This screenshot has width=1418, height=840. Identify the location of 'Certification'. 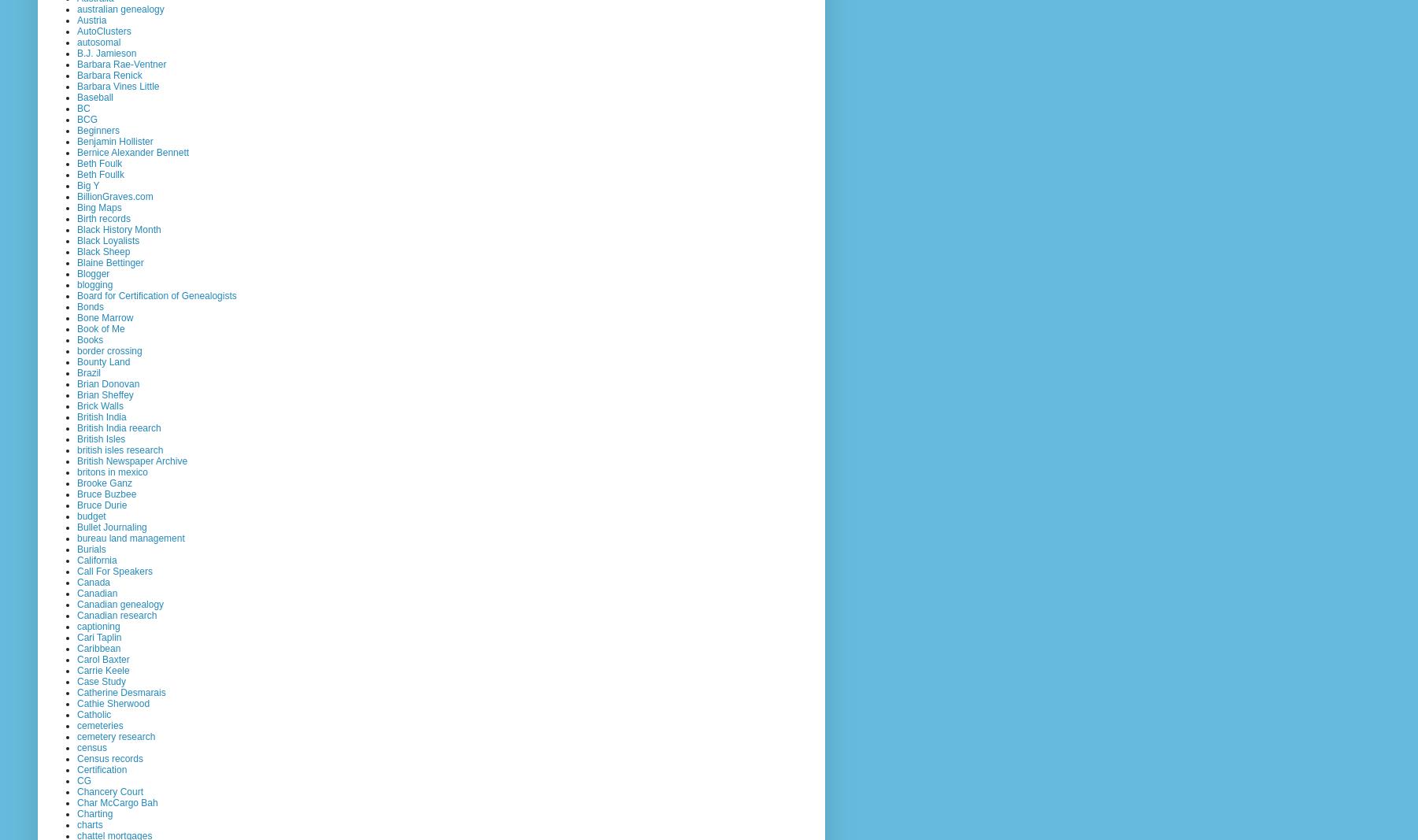
(102, 769).